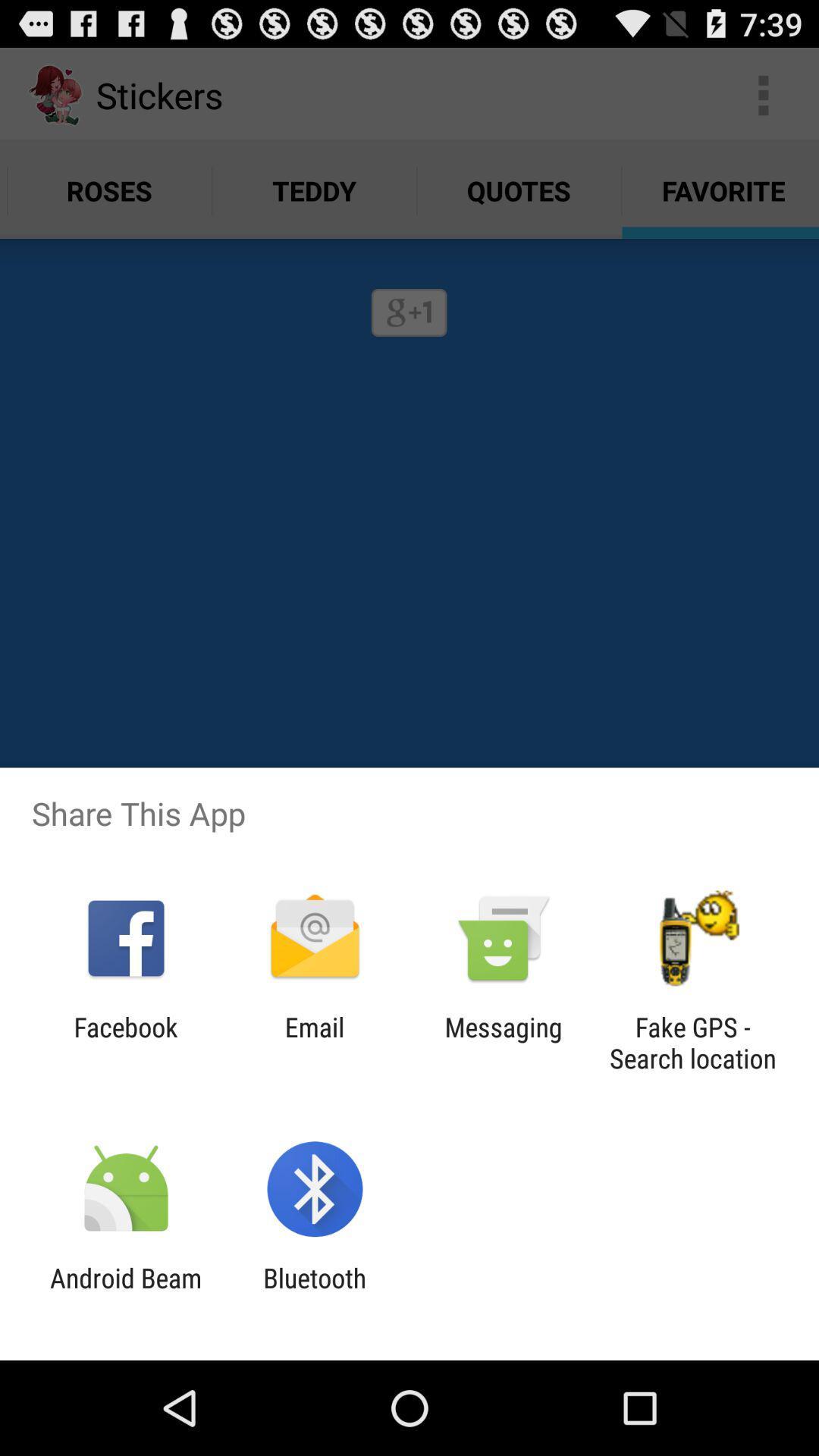 This screenshot has width=819, height=1456. What do you see at coordinates (504, 1042) in the screenshot?
I see `the icon next to email icon` at bounding box center [504, 1042].